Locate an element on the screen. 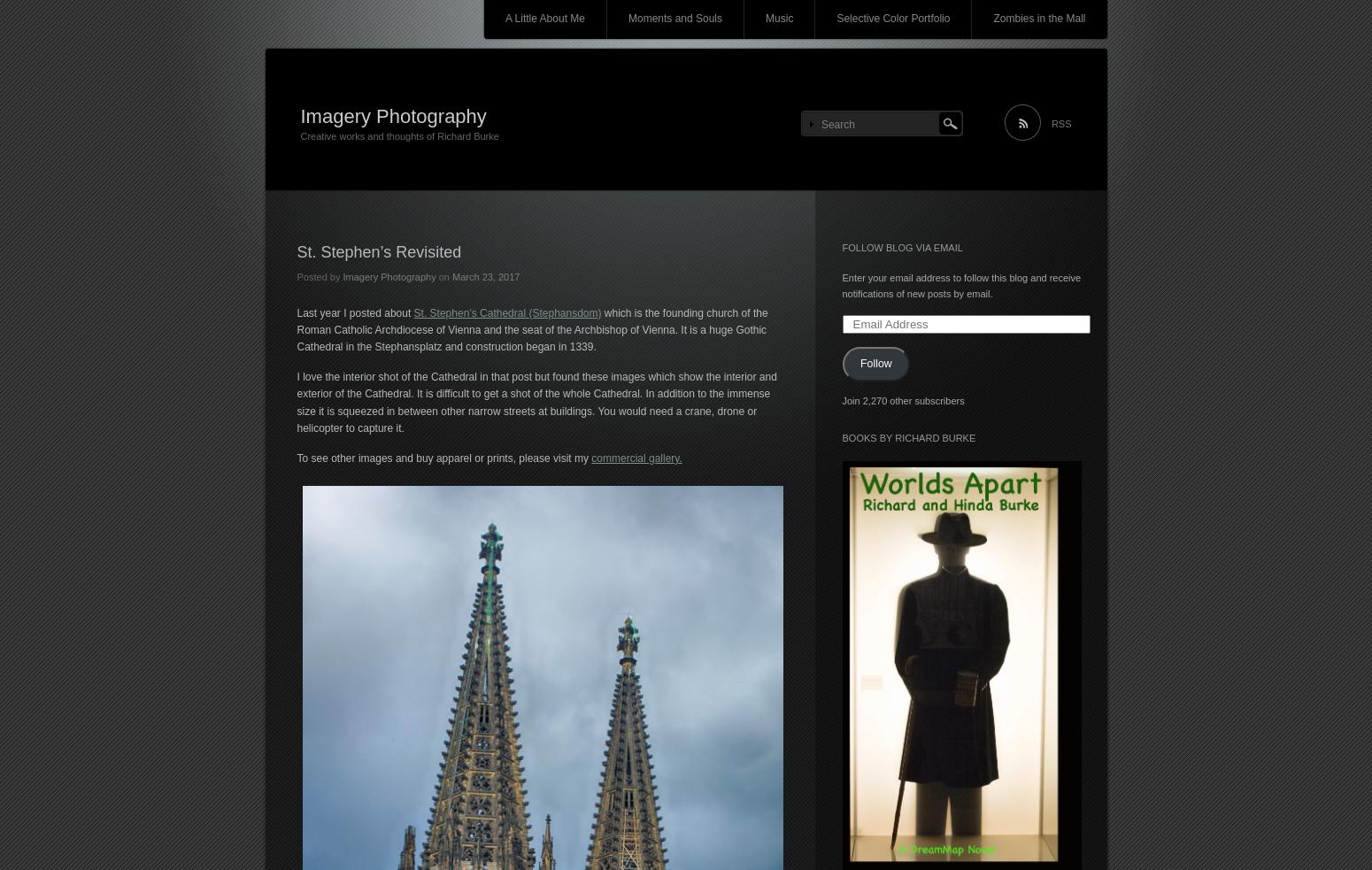  'I love the interior shot of the Cathedral in that post but found these images which show the interior and exterior of the Cathedral. It is difficult to get a shot of the whole Cathedral. In addition to the immense size it is squeezed in between other narrow streets at buildings. You would need a crane, drone or helicopter to capture it.' is located at coordinates (536, 401).